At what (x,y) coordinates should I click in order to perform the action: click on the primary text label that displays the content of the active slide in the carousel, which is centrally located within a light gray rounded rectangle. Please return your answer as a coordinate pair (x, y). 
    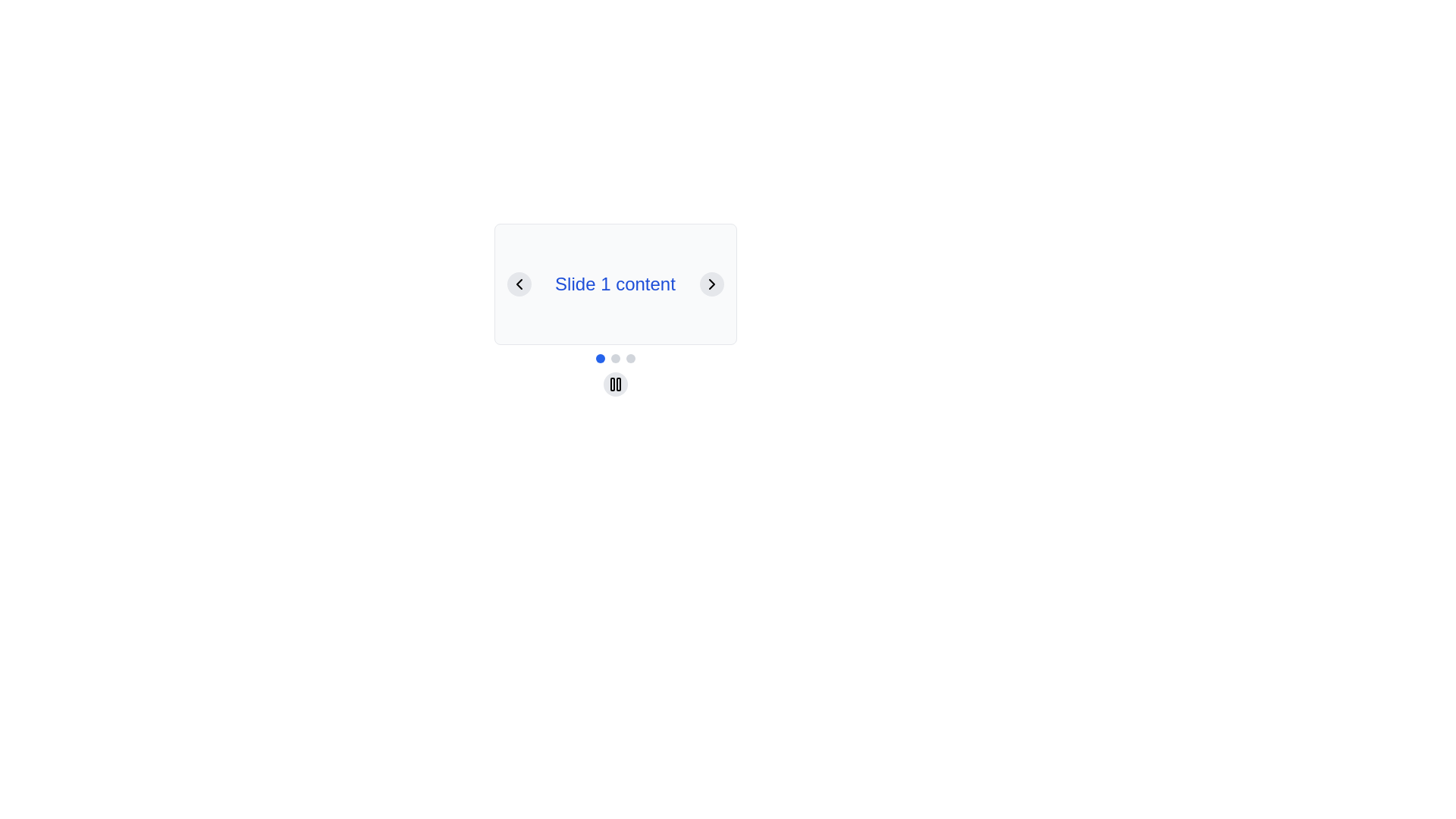
    Looking at the image, I should click on (615, 284).